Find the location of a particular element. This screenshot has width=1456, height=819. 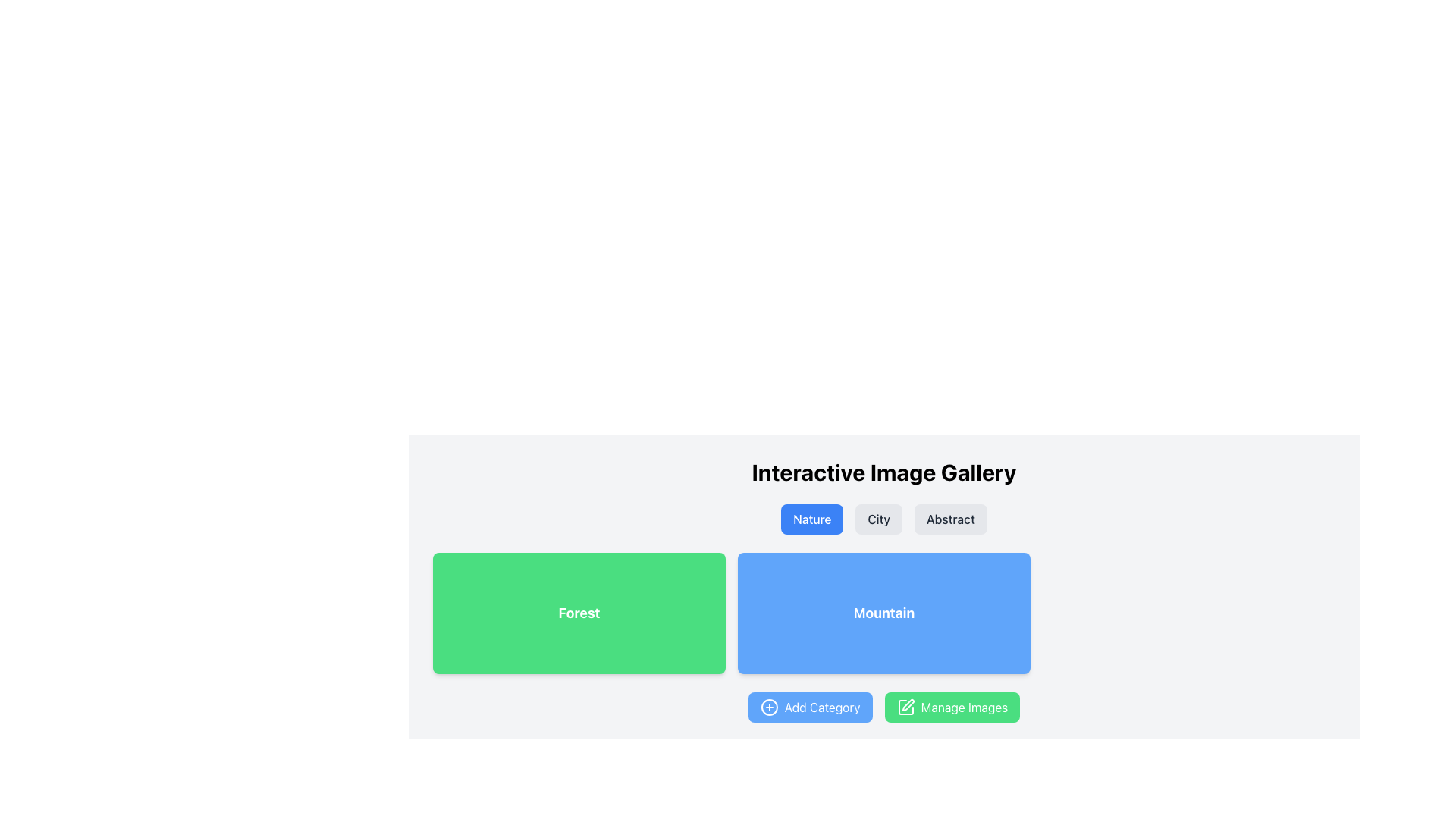

the 'Forest' text label, which is styled with a bold, white sans-serif font and located centrally within a green rectangular area is located at coordinates (578, 613).